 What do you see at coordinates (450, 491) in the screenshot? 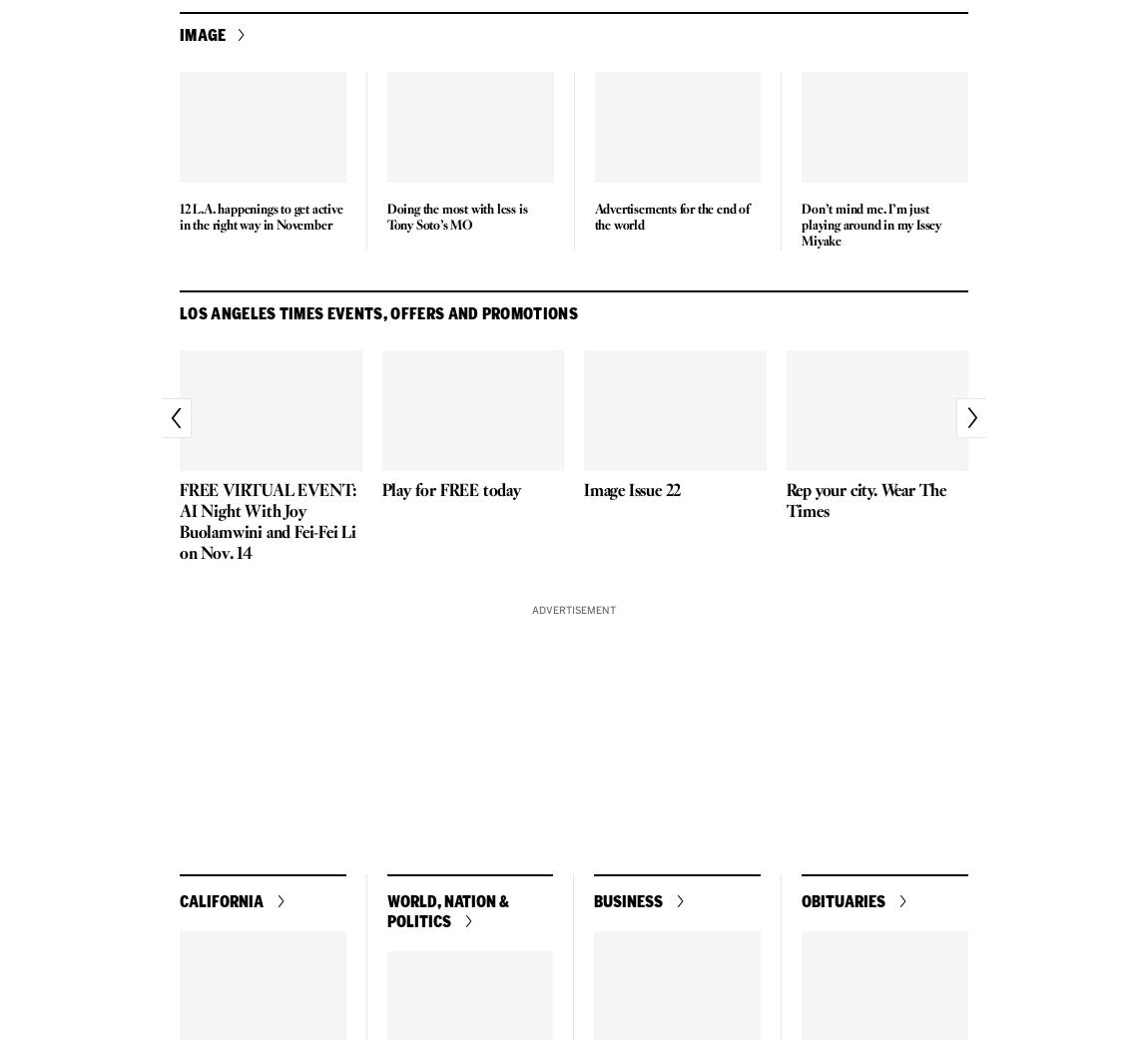
I see `'Play for FREE today'` at bounding box center [450, 491].